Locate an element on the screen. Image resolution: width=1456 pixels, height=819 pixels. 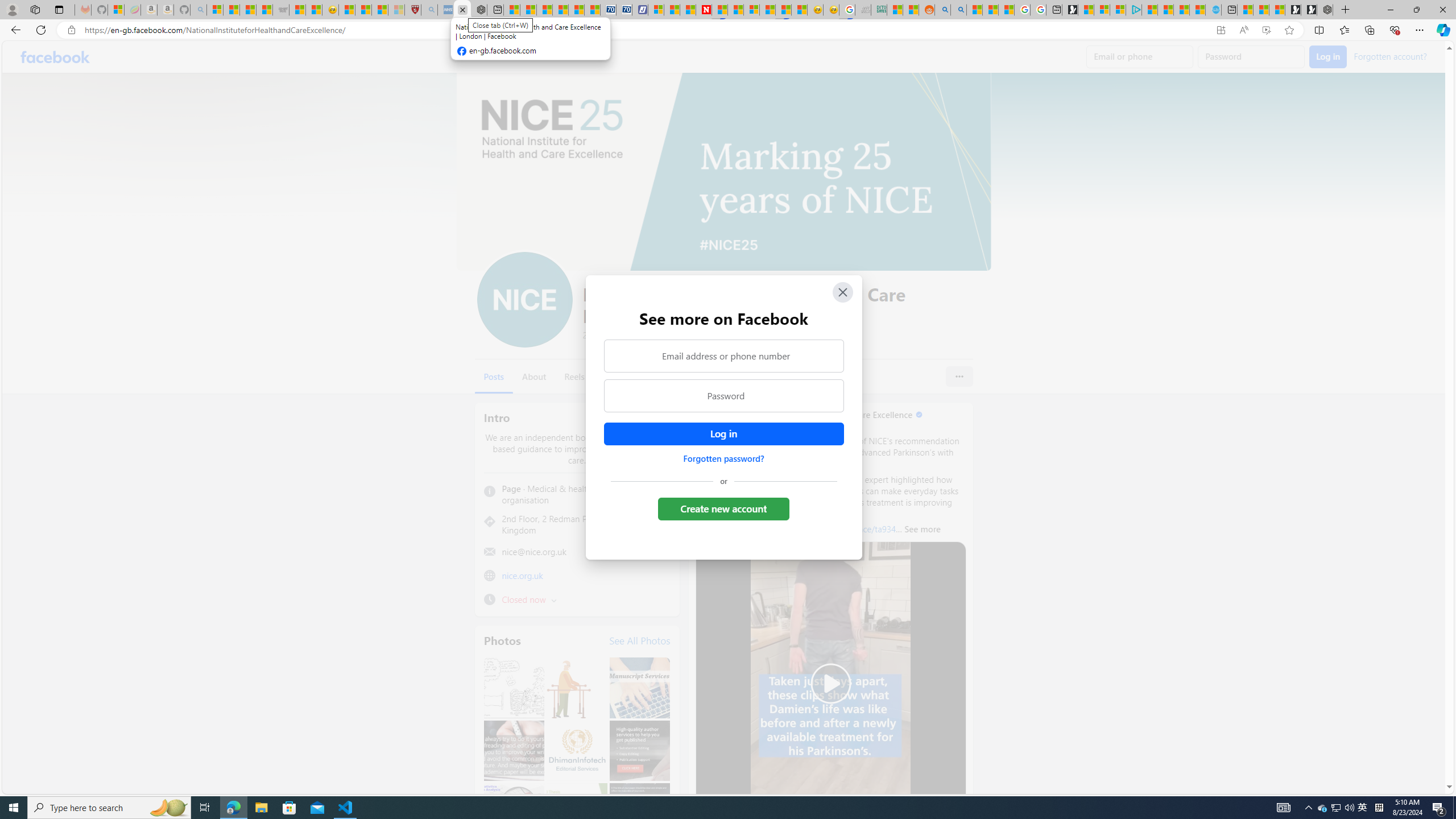
'Password' is located at coordinates (723, 396).